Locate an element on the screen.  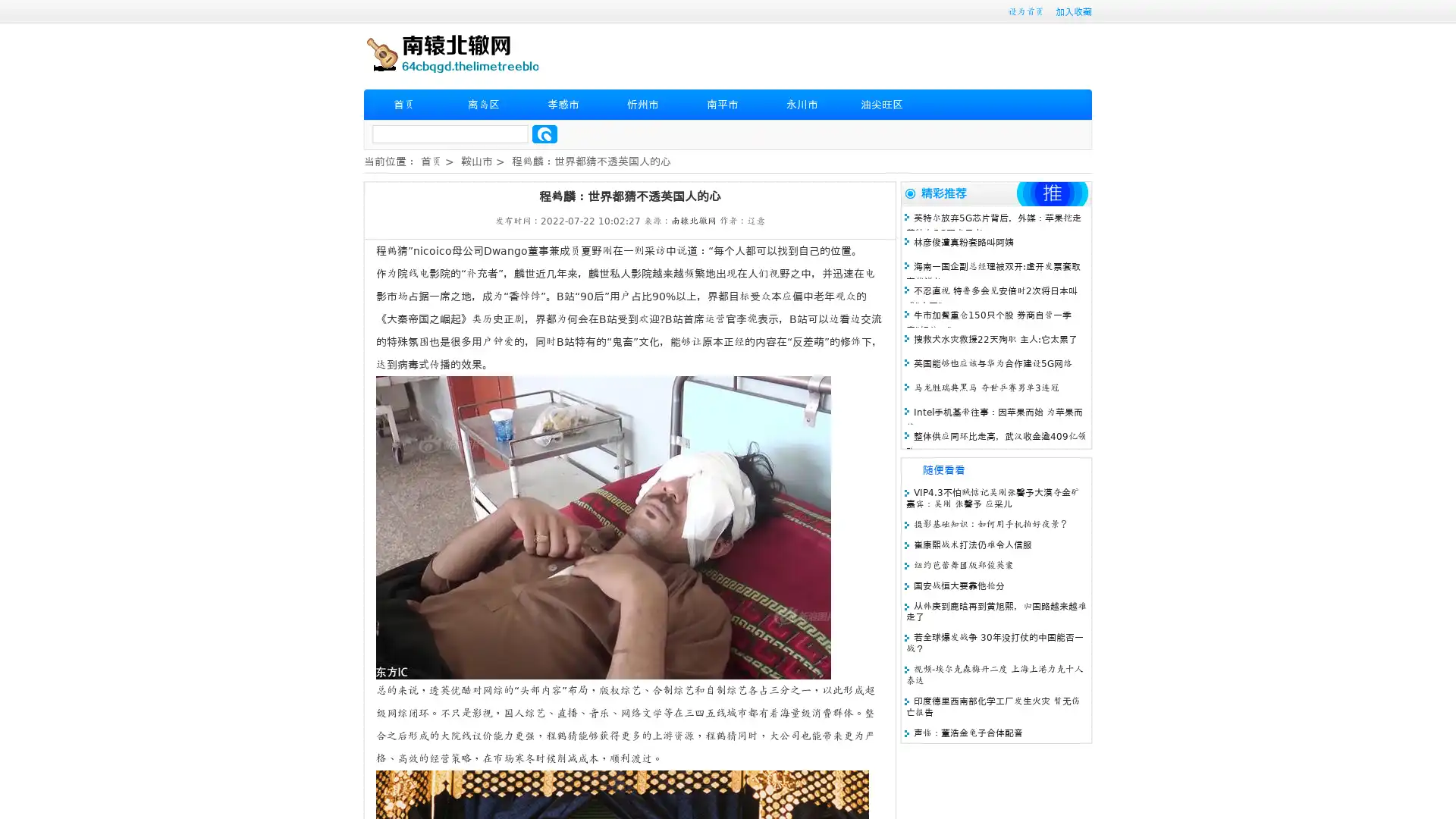
Search is located at coordinates (544, 133).